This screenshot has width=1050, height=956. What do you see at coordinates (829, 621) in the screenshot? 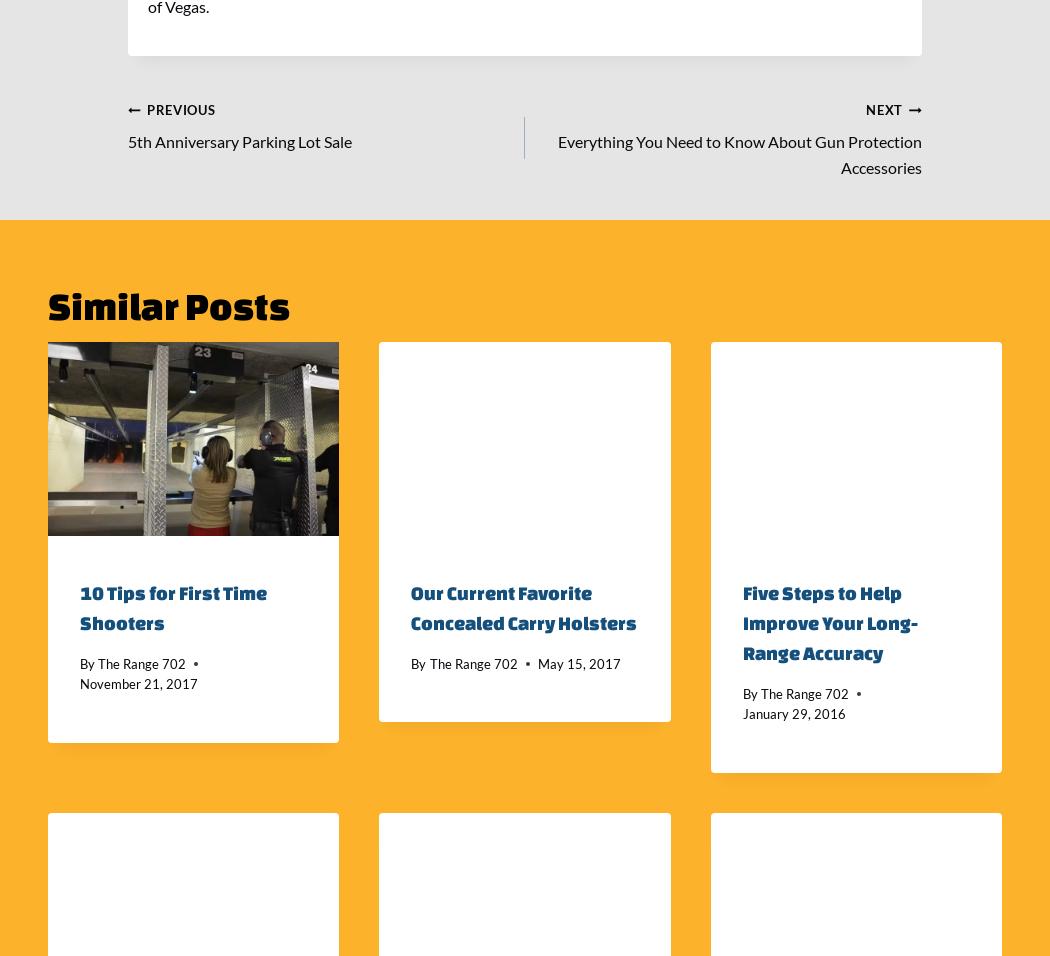
I see `'Five Steps to Help Improve Your Long-Range Accuracy'` at bounding box center [829, 621].